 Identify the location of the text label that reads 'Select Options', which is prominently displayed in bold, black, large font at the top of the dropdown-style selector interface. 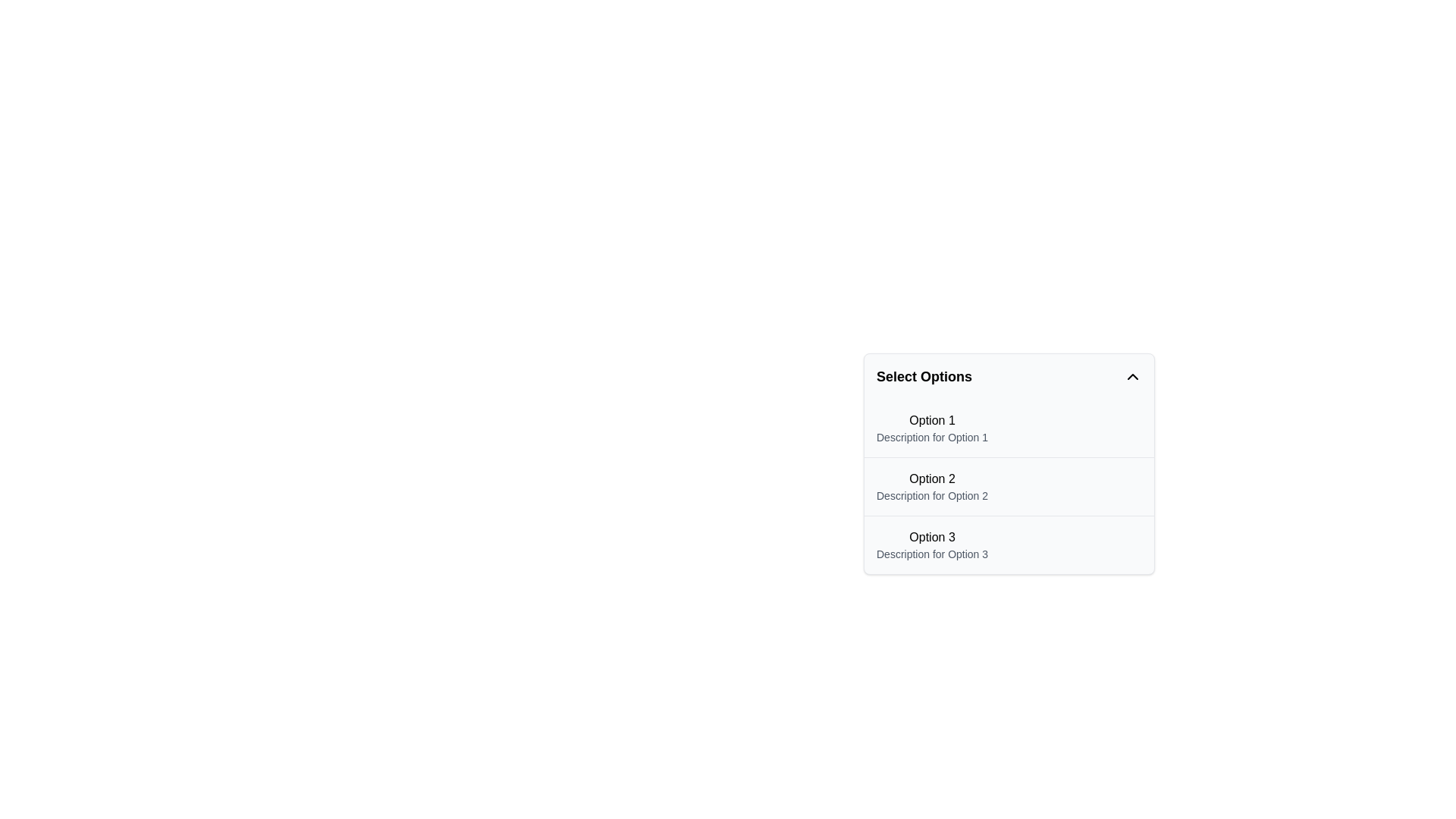
(924, 376).